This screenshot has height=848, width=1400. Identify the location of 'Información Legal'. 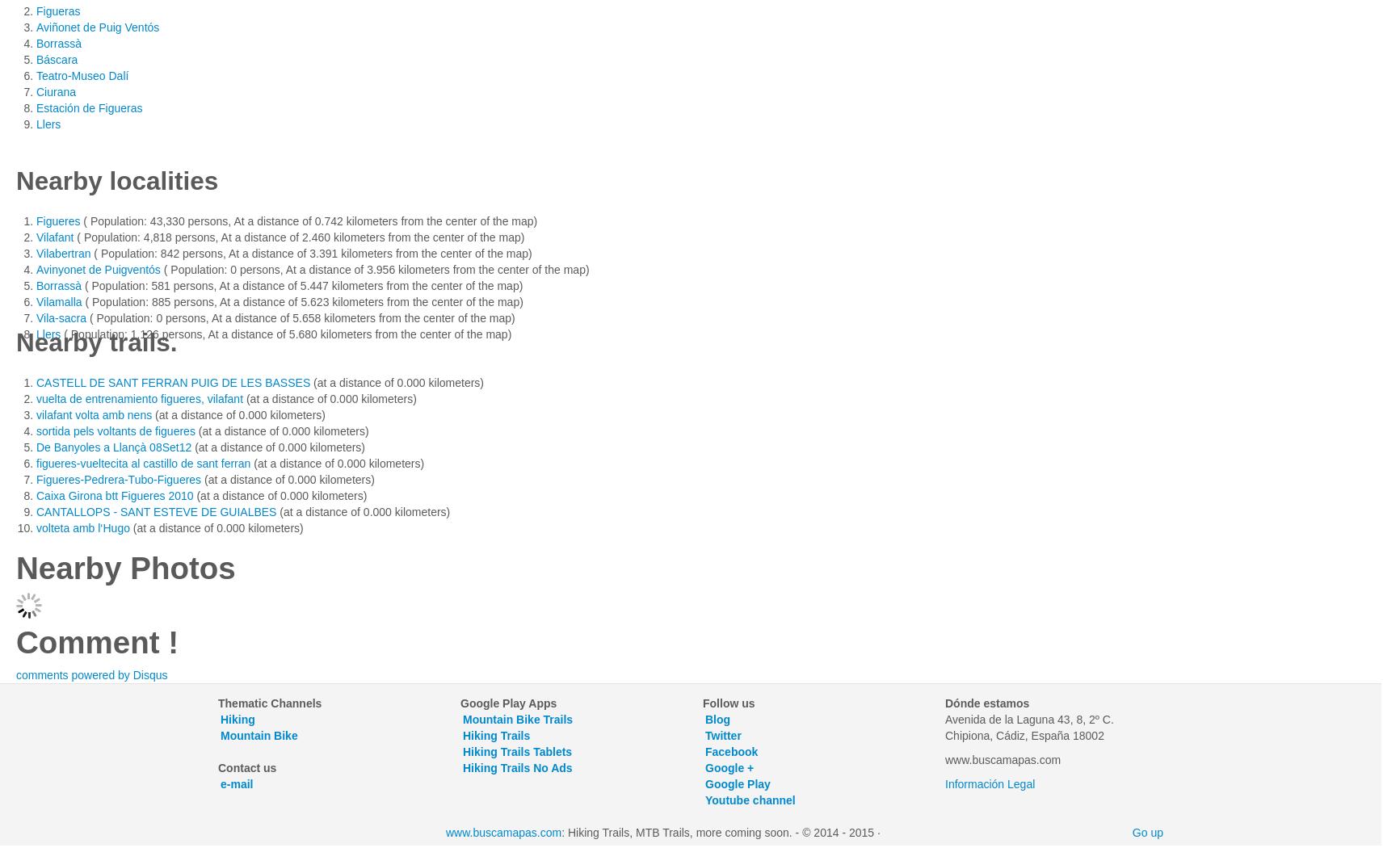
(944, 782).